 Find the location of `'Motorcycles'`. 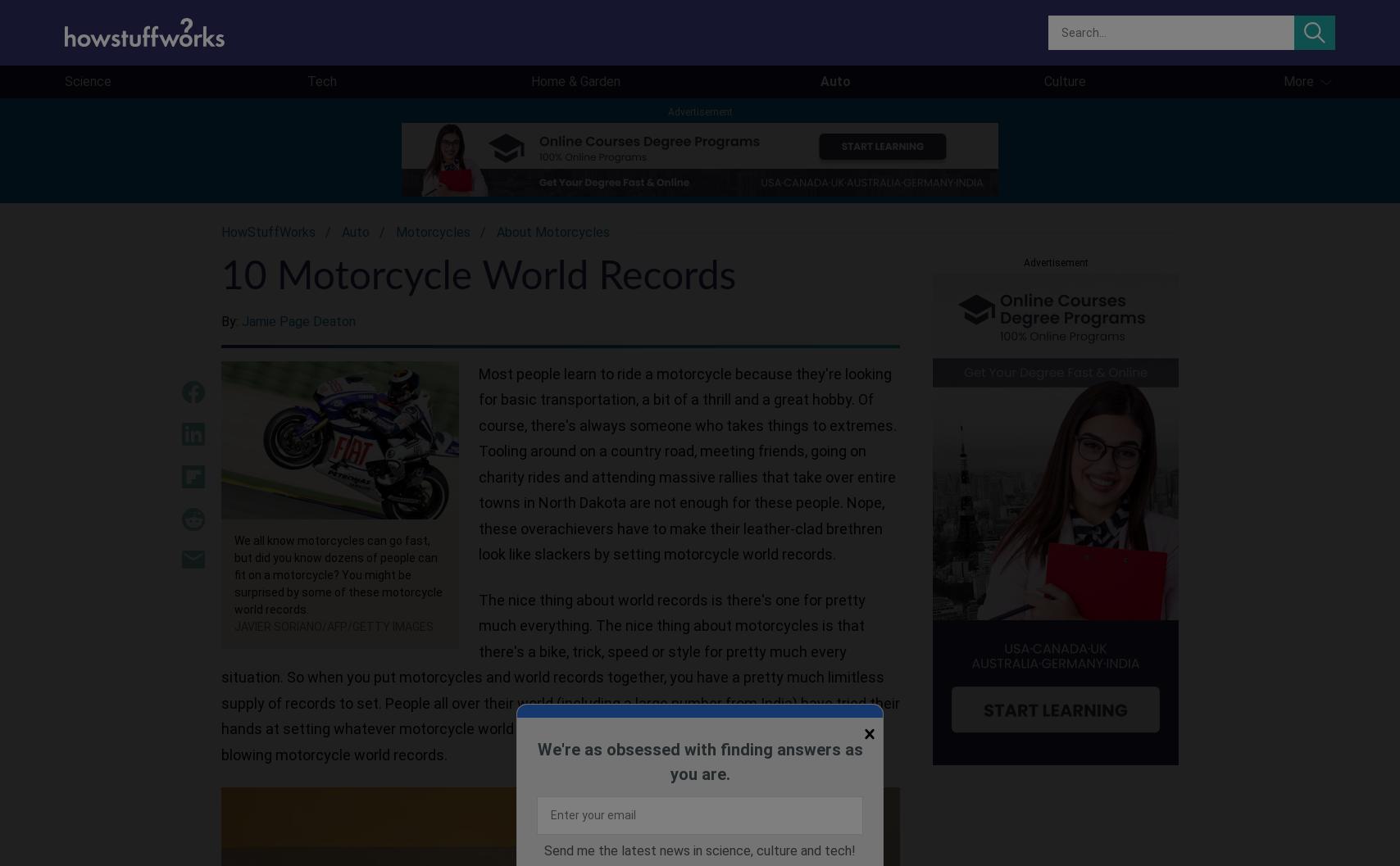

'Motorcycles' is located at coordinates (433, 231).